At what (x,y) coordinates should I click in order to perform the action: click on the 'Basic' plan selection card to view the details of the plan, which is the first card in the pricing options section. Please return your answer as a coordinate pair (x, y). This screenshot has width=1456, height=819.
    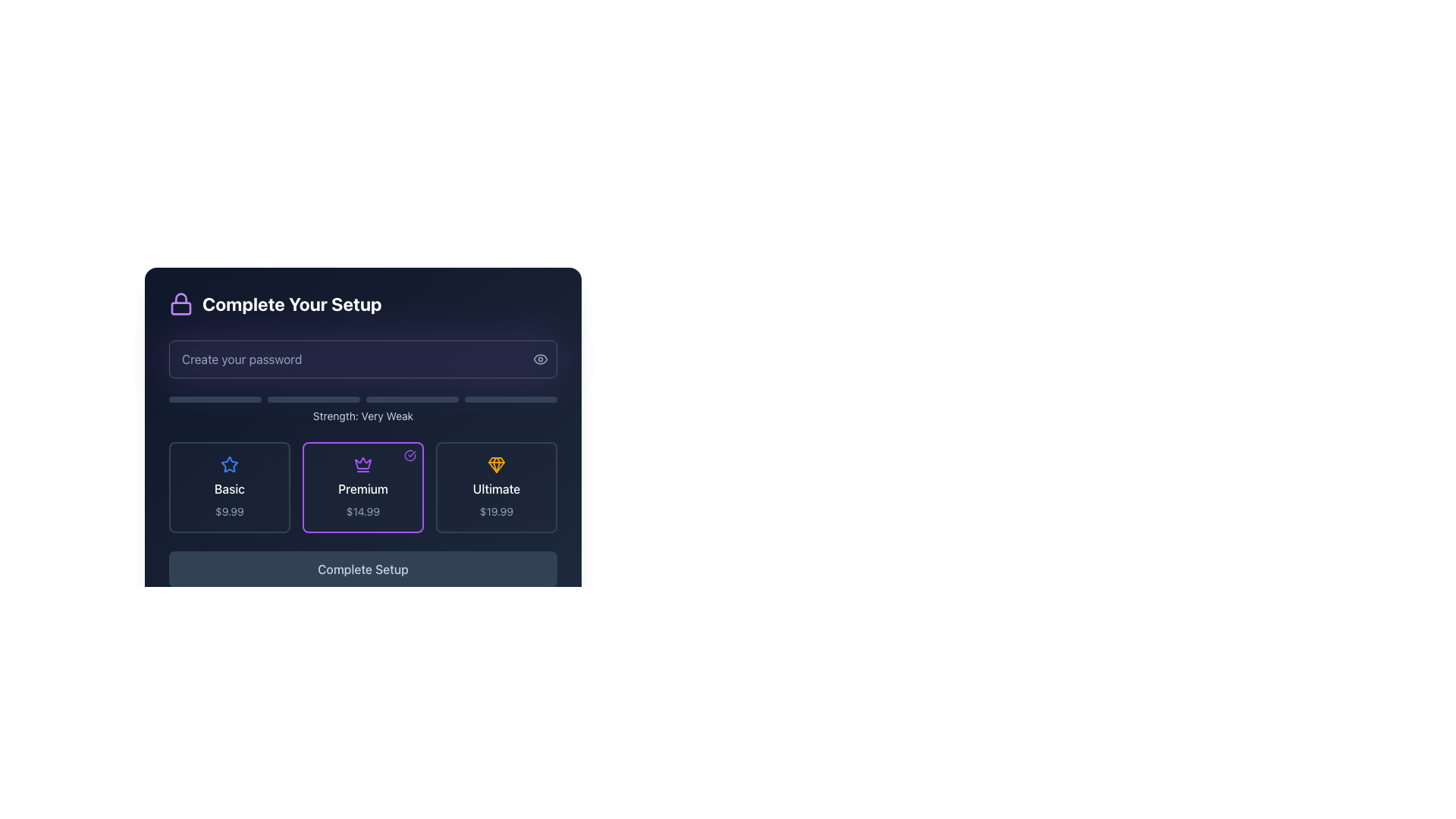
    Looking at the image, I should click on (228, 488).